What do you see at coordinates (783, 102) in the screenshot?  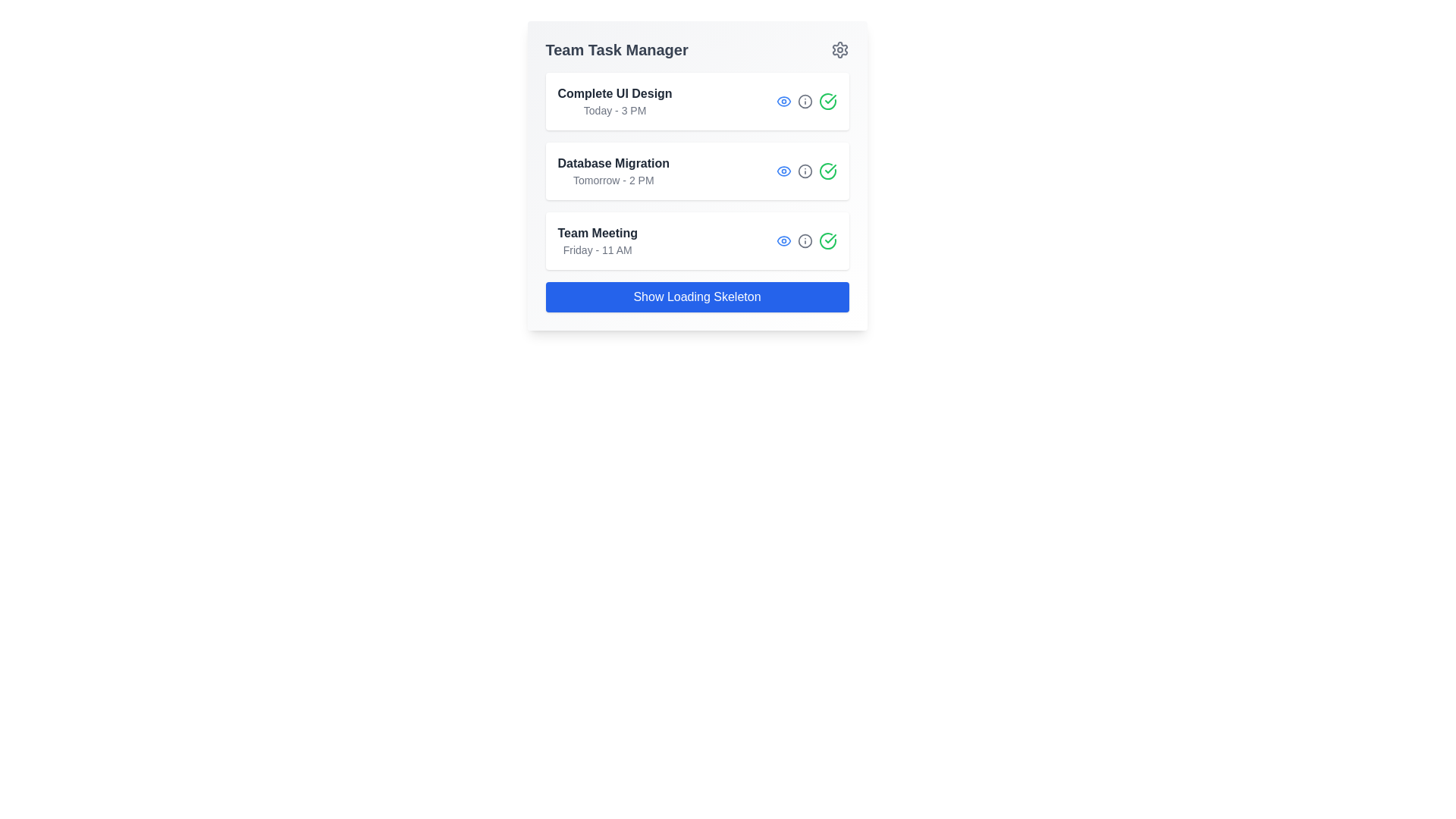 I see `the eye icon button located at the top section of the 'Complete UI Design' task card` at bounding box center [783, 102].